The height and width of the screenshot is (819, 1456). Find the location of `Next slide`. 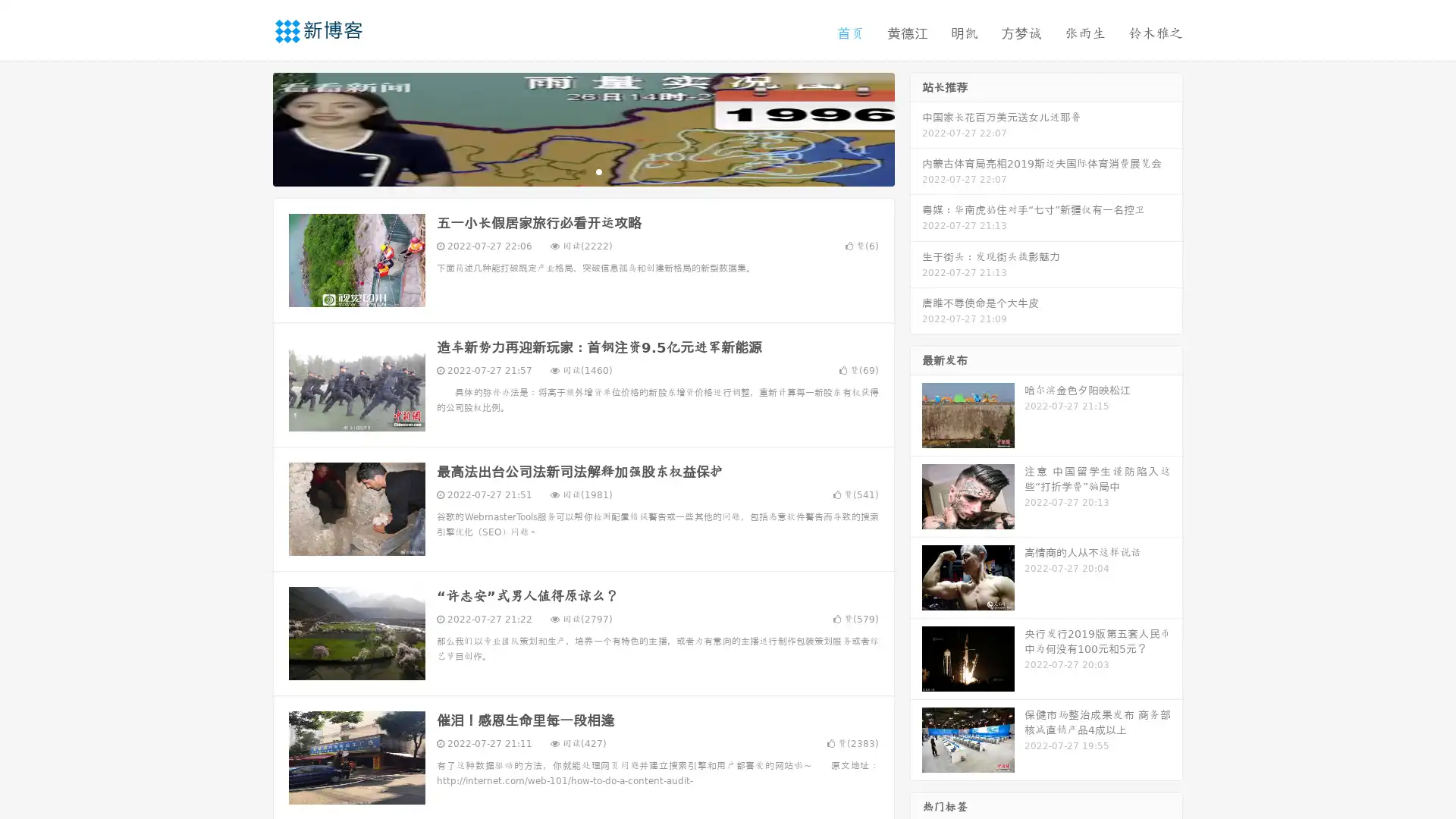

Next slide is located at coordinates (916, 127).